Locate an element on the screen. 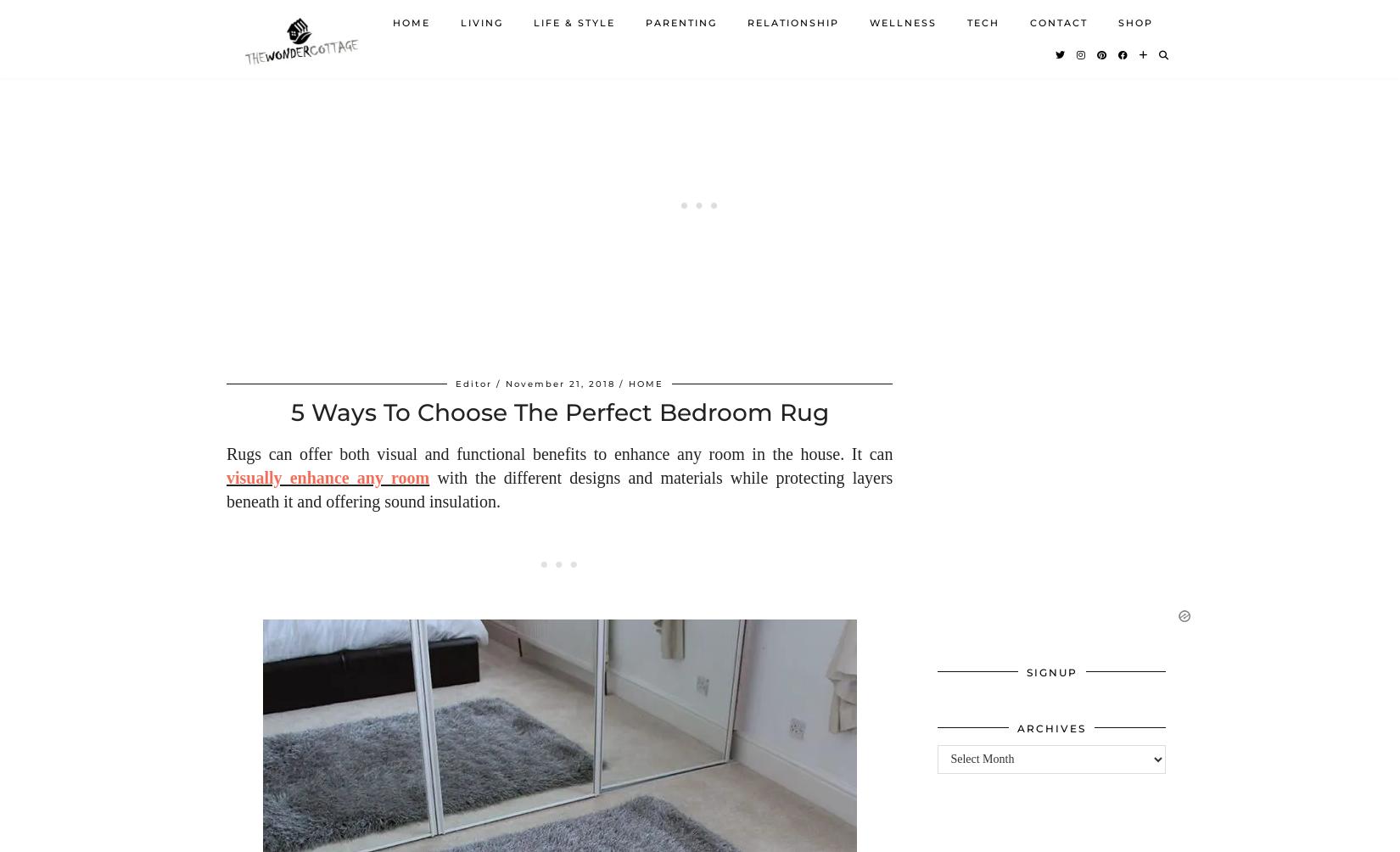 The height and width of the screenshot is (852, 1400). 'RELATIONSHIP' is located at coordinates (793, 31).